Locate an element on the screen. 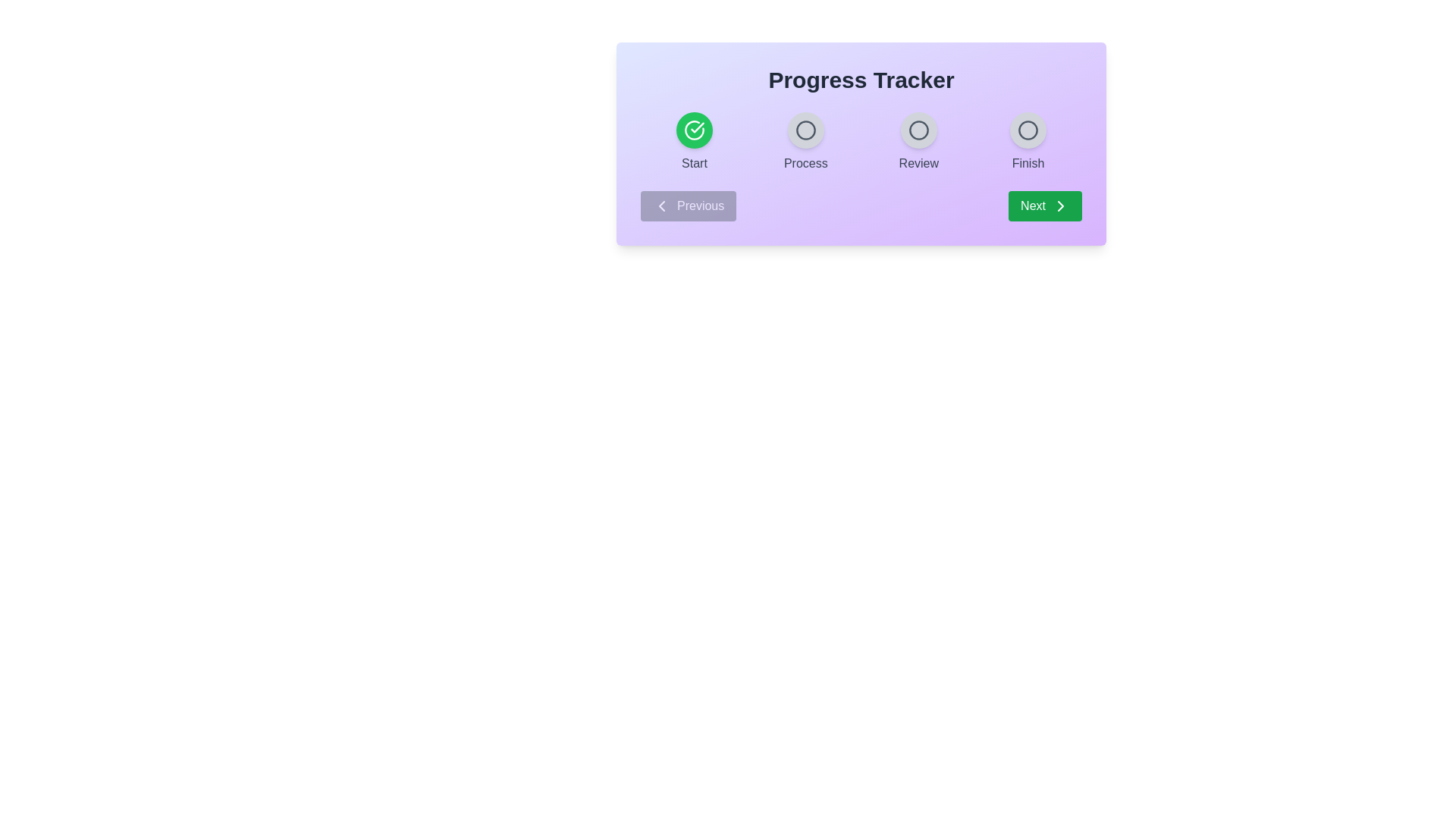 The image size is (1456, 819). the green 'Next' button with rounded corners that has white text and a rightward chevron icon is located at coordinates (1043, 206).